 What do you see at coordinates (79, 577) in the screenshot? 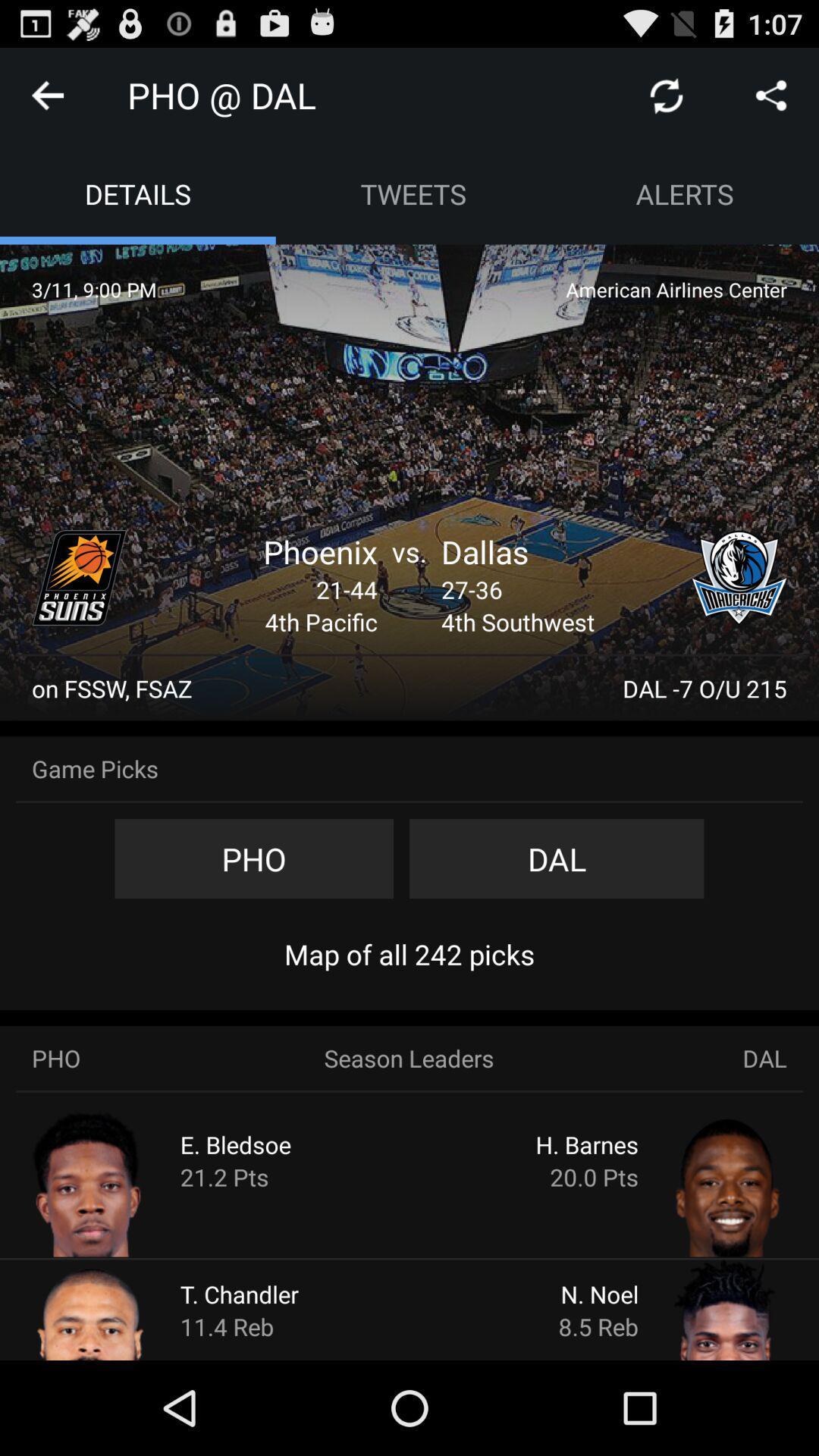
I see `team` at bounding box center [79, 577].